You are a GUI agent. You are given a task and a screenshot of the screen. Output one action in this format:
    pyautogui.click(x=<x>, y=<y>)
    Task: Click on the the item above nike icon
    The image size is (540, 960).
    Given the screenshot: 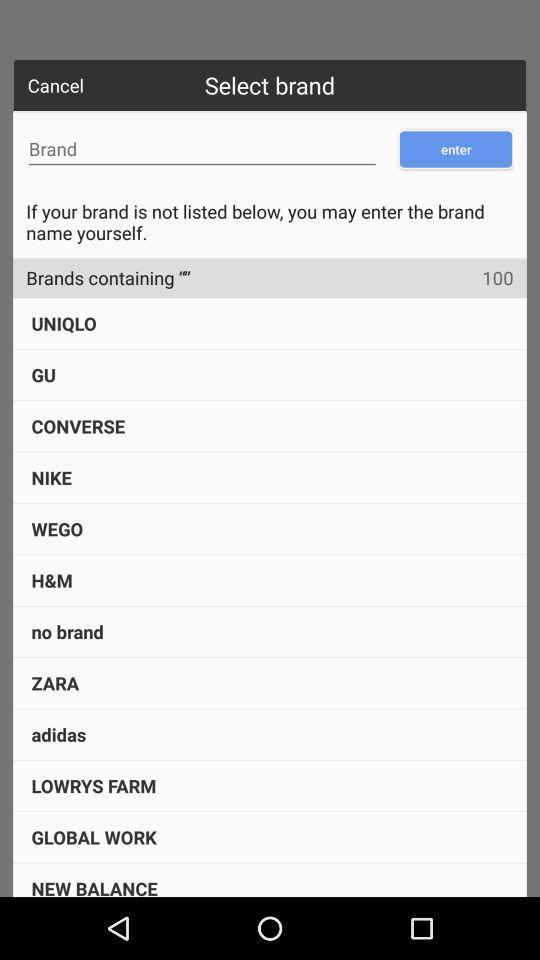 What is the action you would take?
    pyautogui.click(x=77, y=426)
    